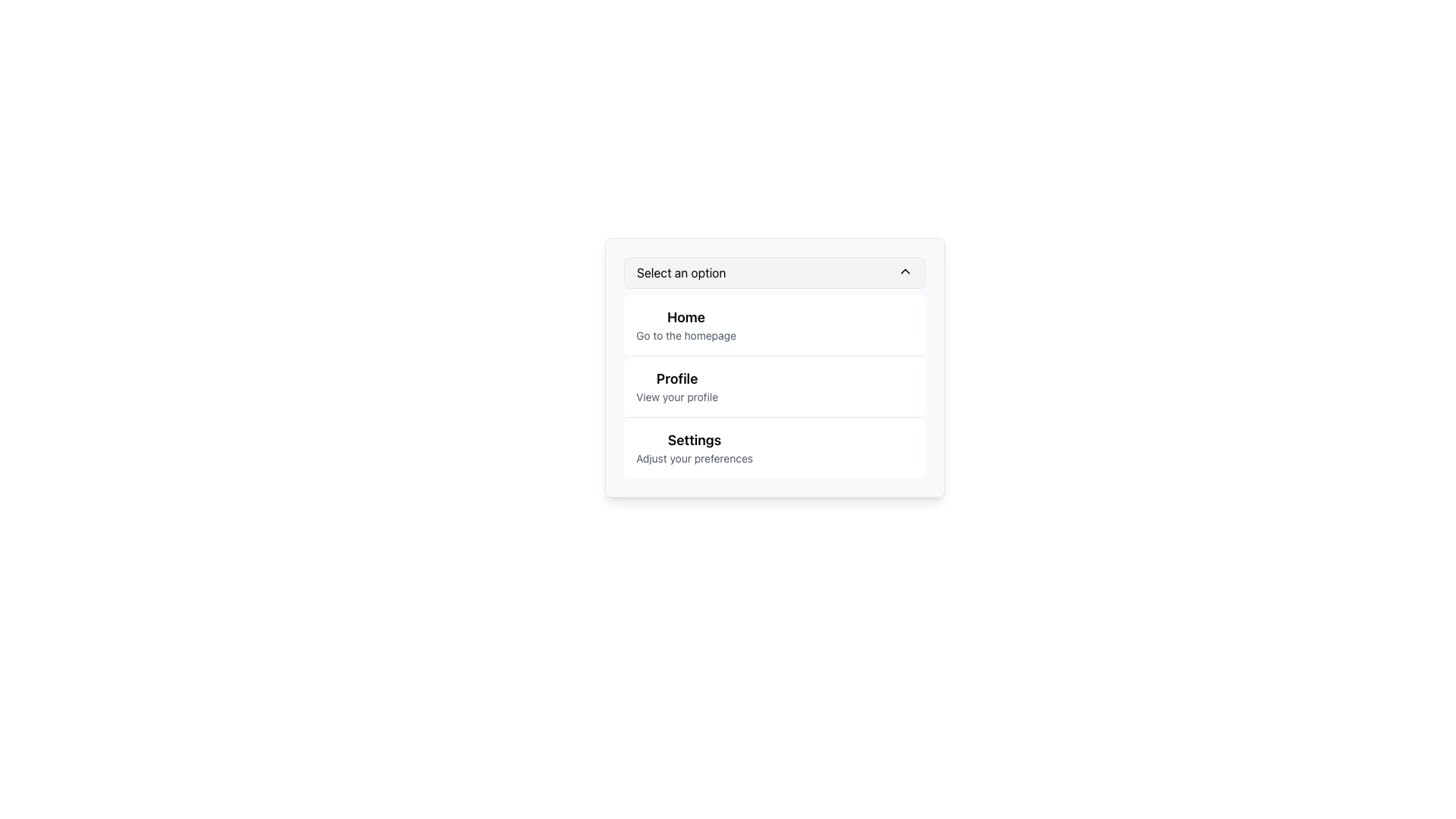 This screenshot has width=1456, height=819. I want to click on the 'Home' text label in the dropdown menu, so click(685, 324).